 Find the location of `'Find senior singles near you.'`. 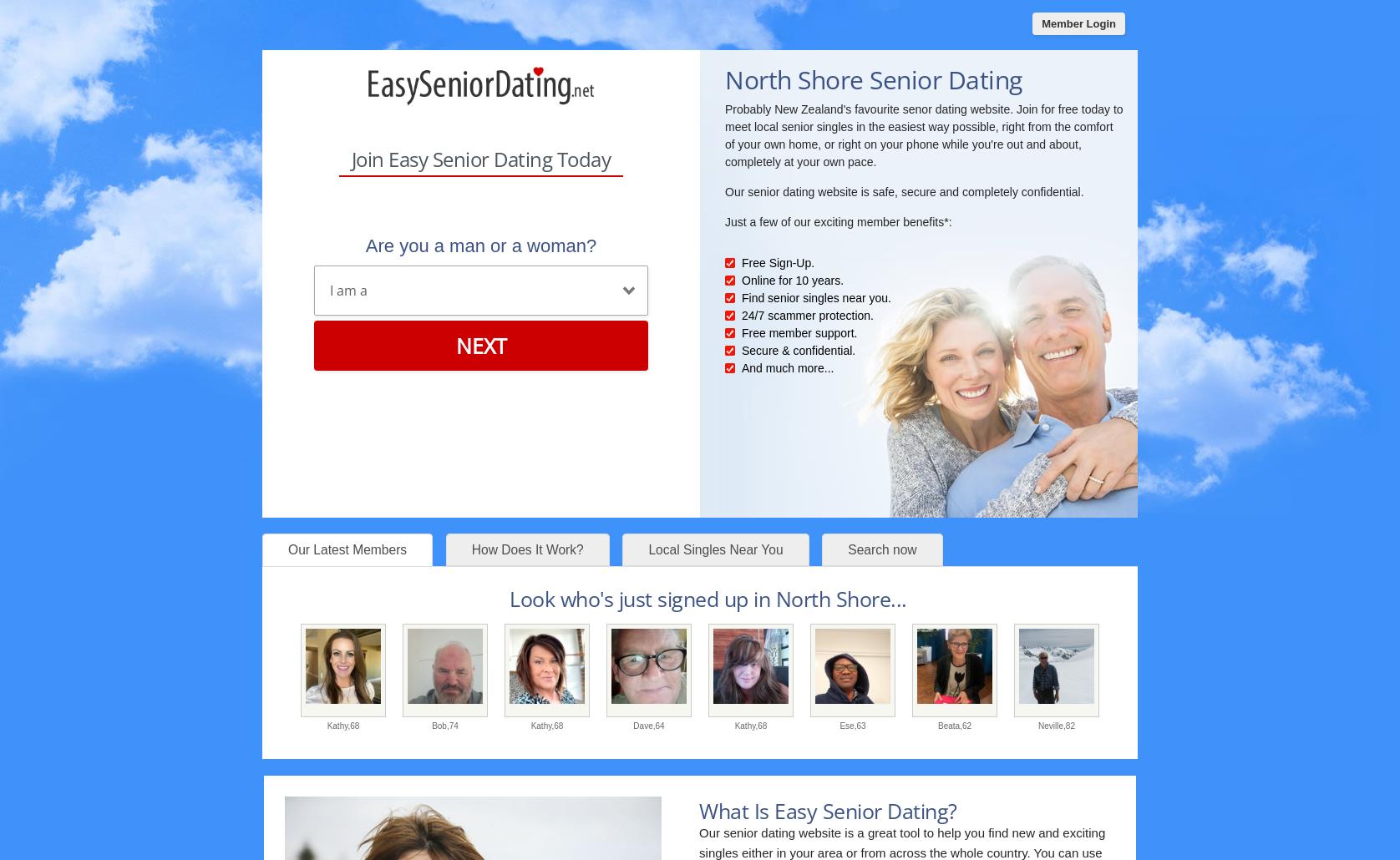

'Find senior singles near you.' is located at coordinates (816, 297).